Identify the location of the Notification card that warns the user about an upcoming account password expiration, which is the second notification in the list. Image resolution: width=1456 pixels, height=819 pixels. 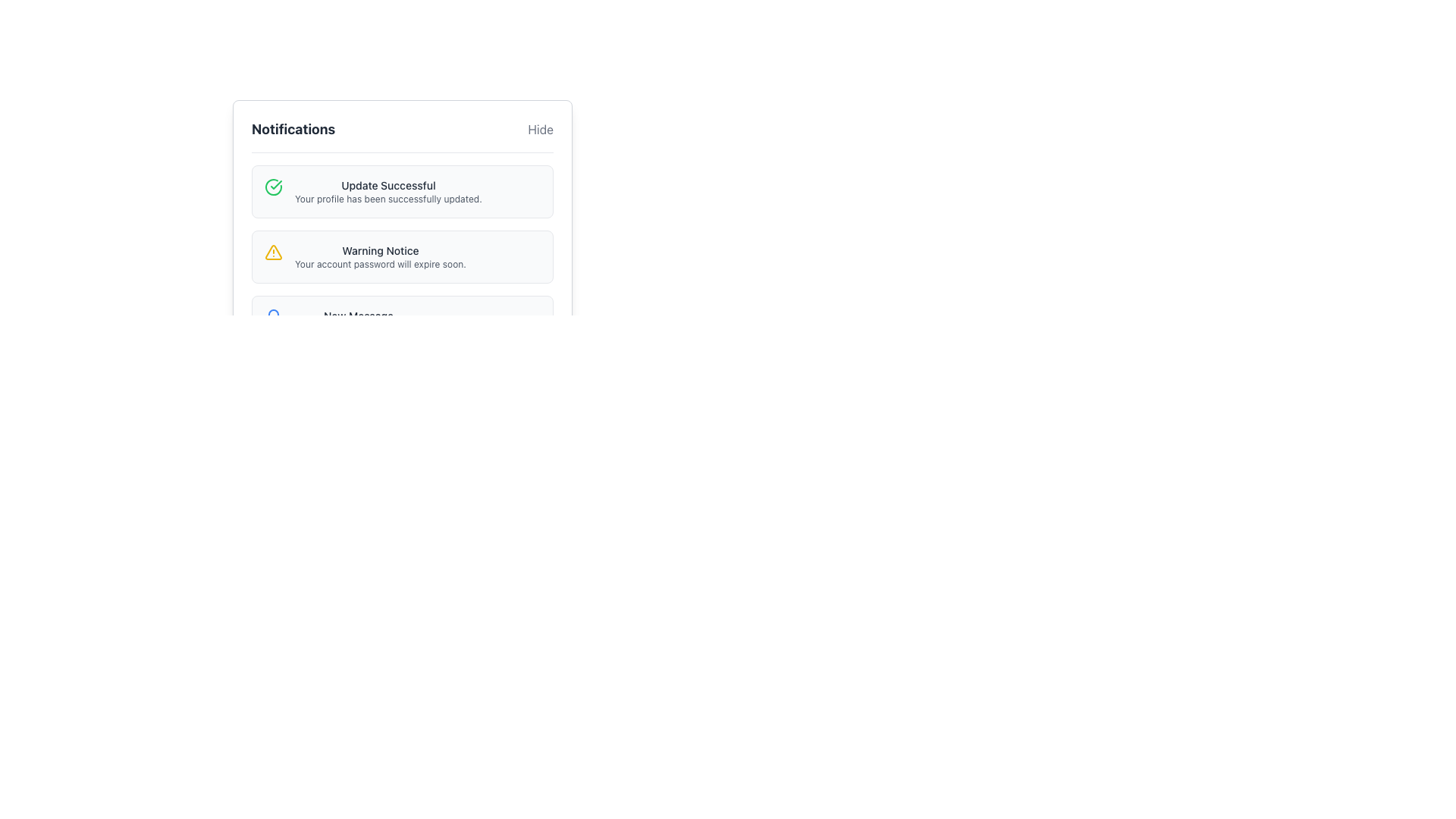
(403, 256).